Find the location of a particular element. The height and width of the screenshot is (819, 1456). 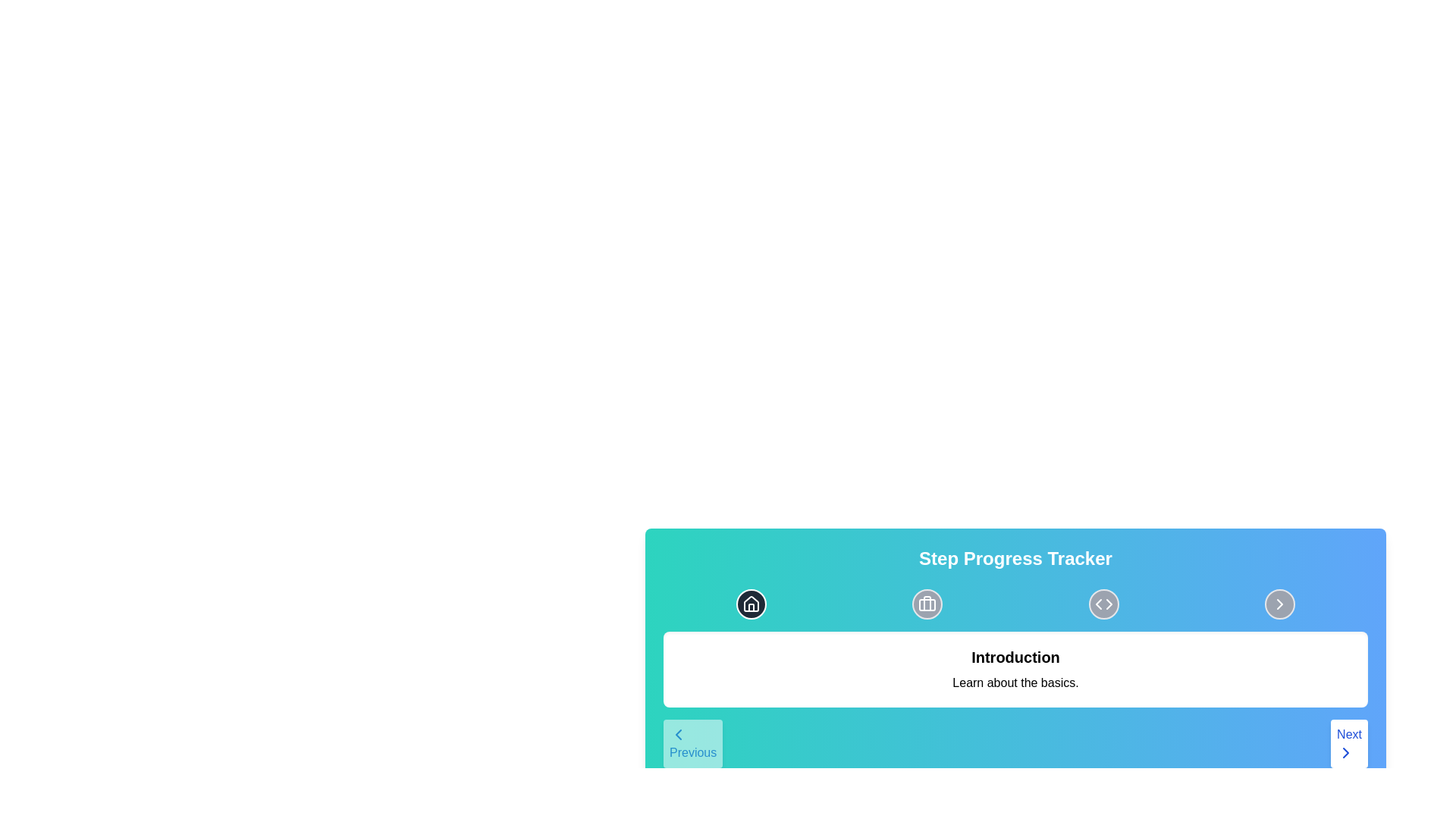

the appearance of the right chevron arrow icon located at the far right end of the blue gradient navigation bar, part of the fourth circular button is located at coordinates (1279, 604).